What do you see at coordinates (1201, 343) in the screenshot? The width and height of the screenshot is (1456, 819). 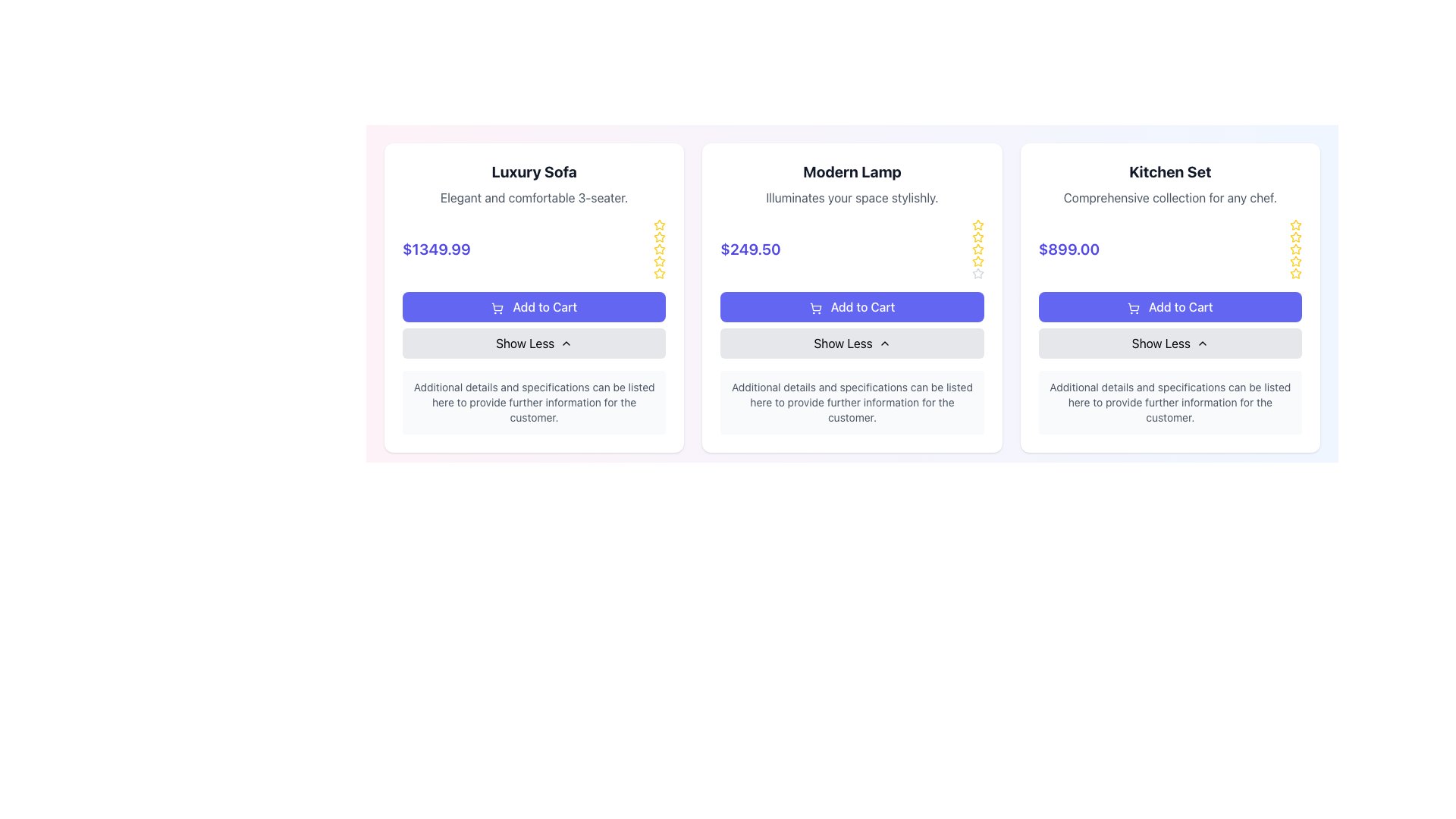 I see `the collapse icon within the 'Show Less' button located at the bottom of the 'Kitchen Set' card` at bounding box center [1201, 343].